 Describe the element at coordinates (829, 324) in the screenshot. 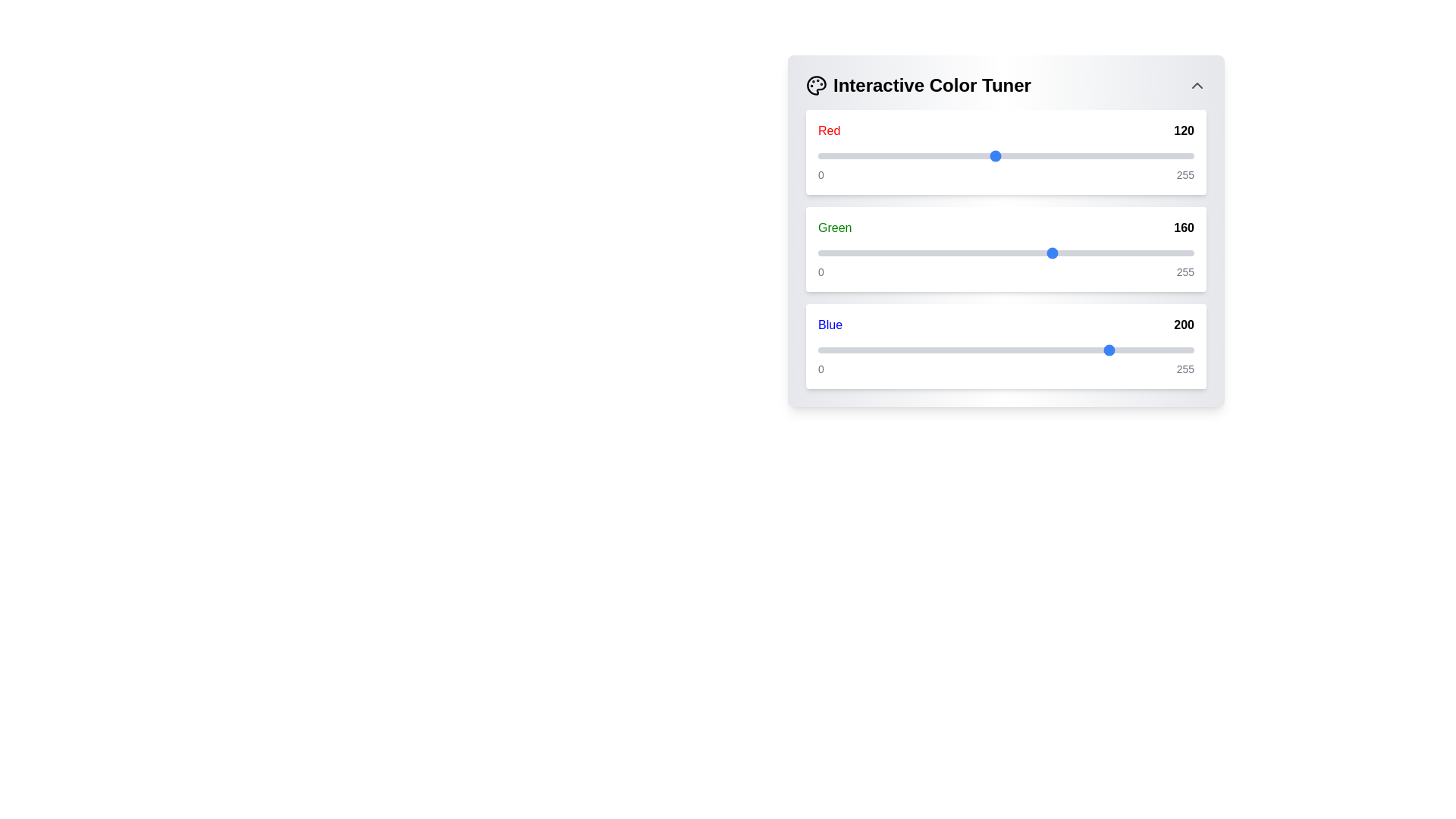

I see `the 'Blue' text label in the adjustable color tuner interface, which indicates the color component and is located to the left of the number '200'` at that location.